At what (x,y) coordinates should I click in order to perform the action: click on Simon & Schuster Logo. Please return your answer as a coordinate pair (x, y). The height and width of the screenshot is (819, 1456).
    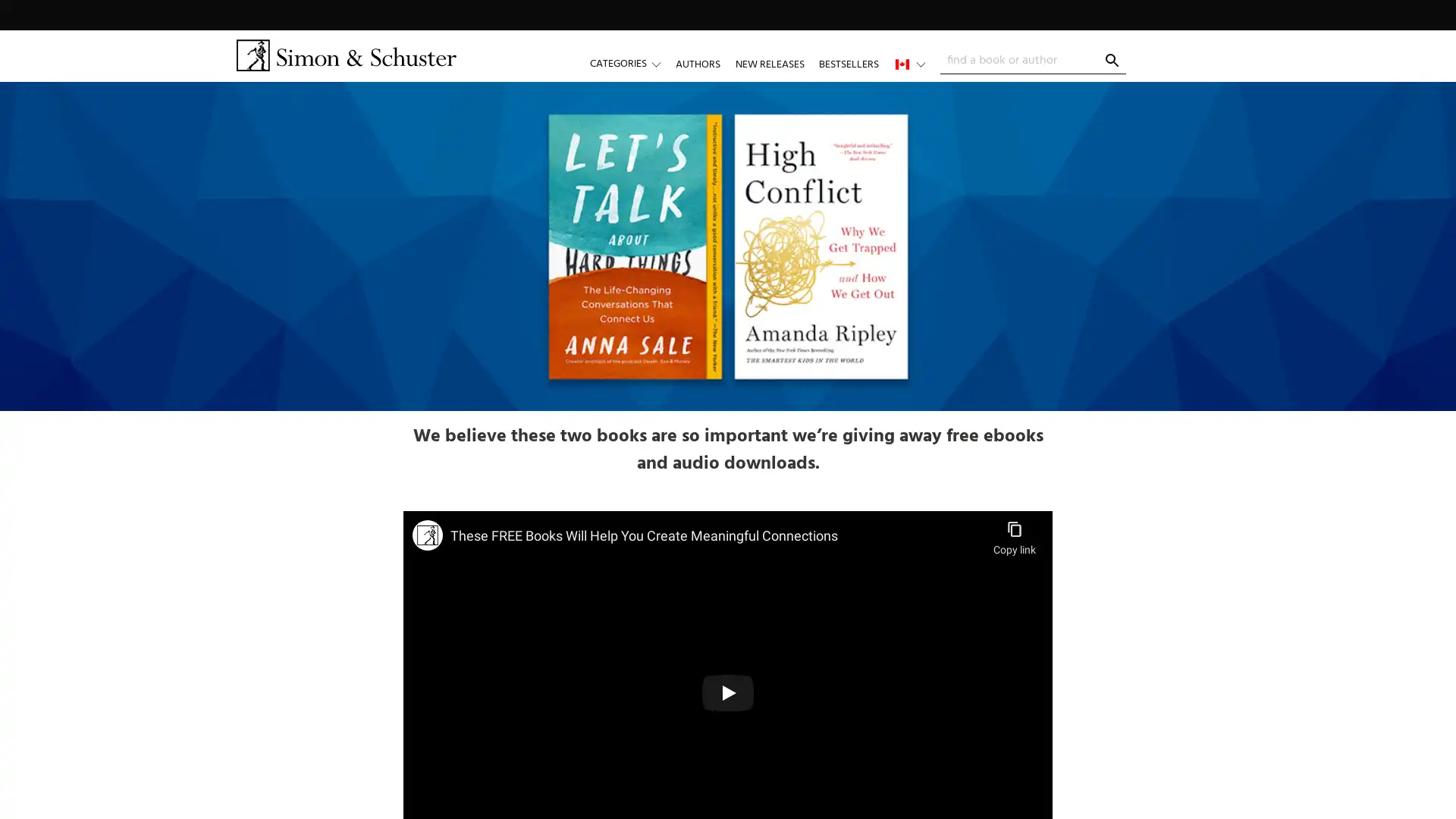
    Looking at the image, I should click on (345, 55).